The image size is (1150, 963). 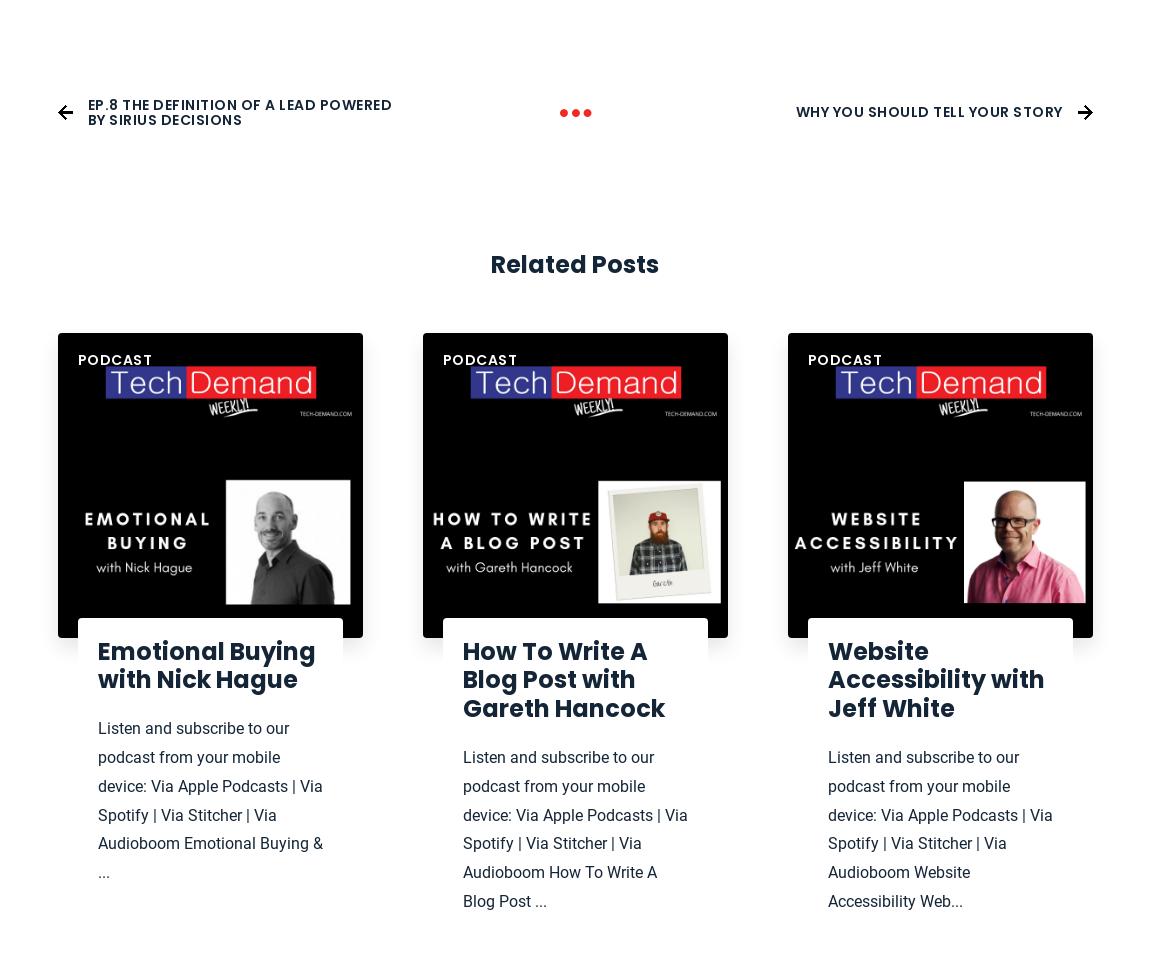 What do you see at coordinates (208, 799) in the screenshot?
I see `'Listen and subscribe to our podcast from your mobile device:
Via Apple Podcasts | Via Spotify | Via Stitcher | Via Audioboom
Emotional Buying & ...'` at bounding box center [208, 799].